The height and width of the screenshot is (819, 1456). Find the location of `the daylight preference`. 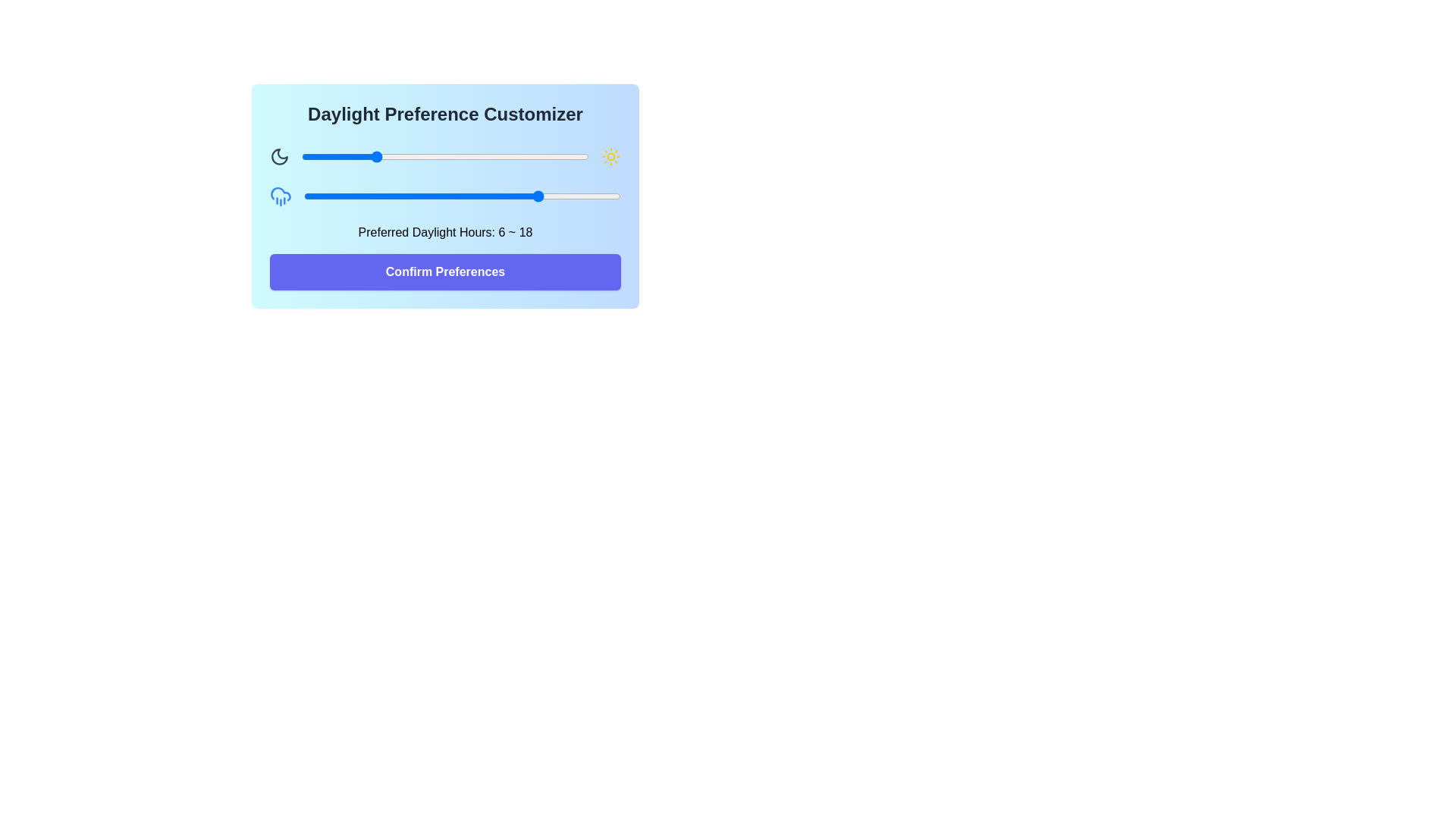

the daylight preference is located at coordinates (325, 157).